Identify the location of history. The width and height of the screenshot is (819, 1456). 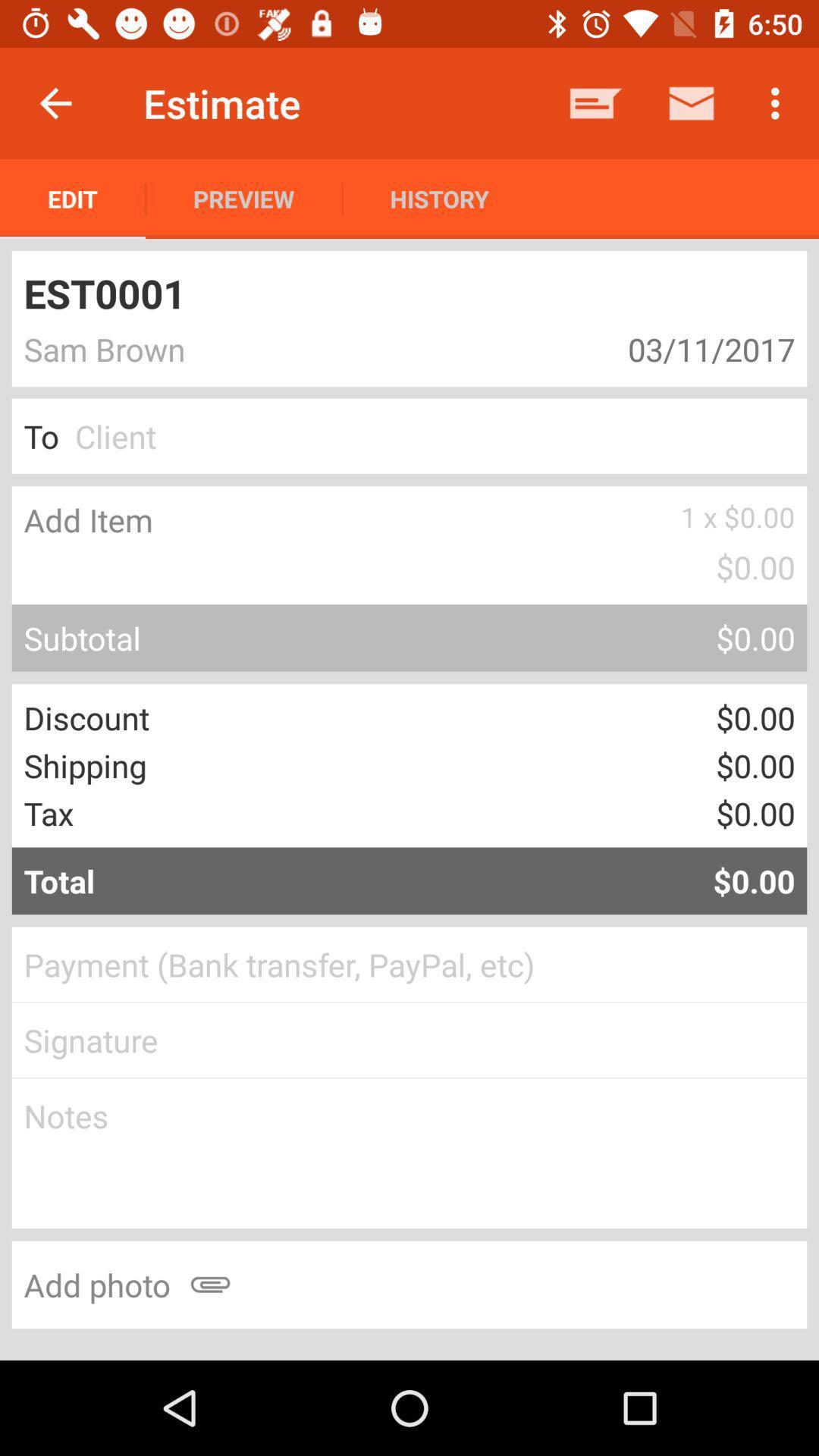
(439, 198).